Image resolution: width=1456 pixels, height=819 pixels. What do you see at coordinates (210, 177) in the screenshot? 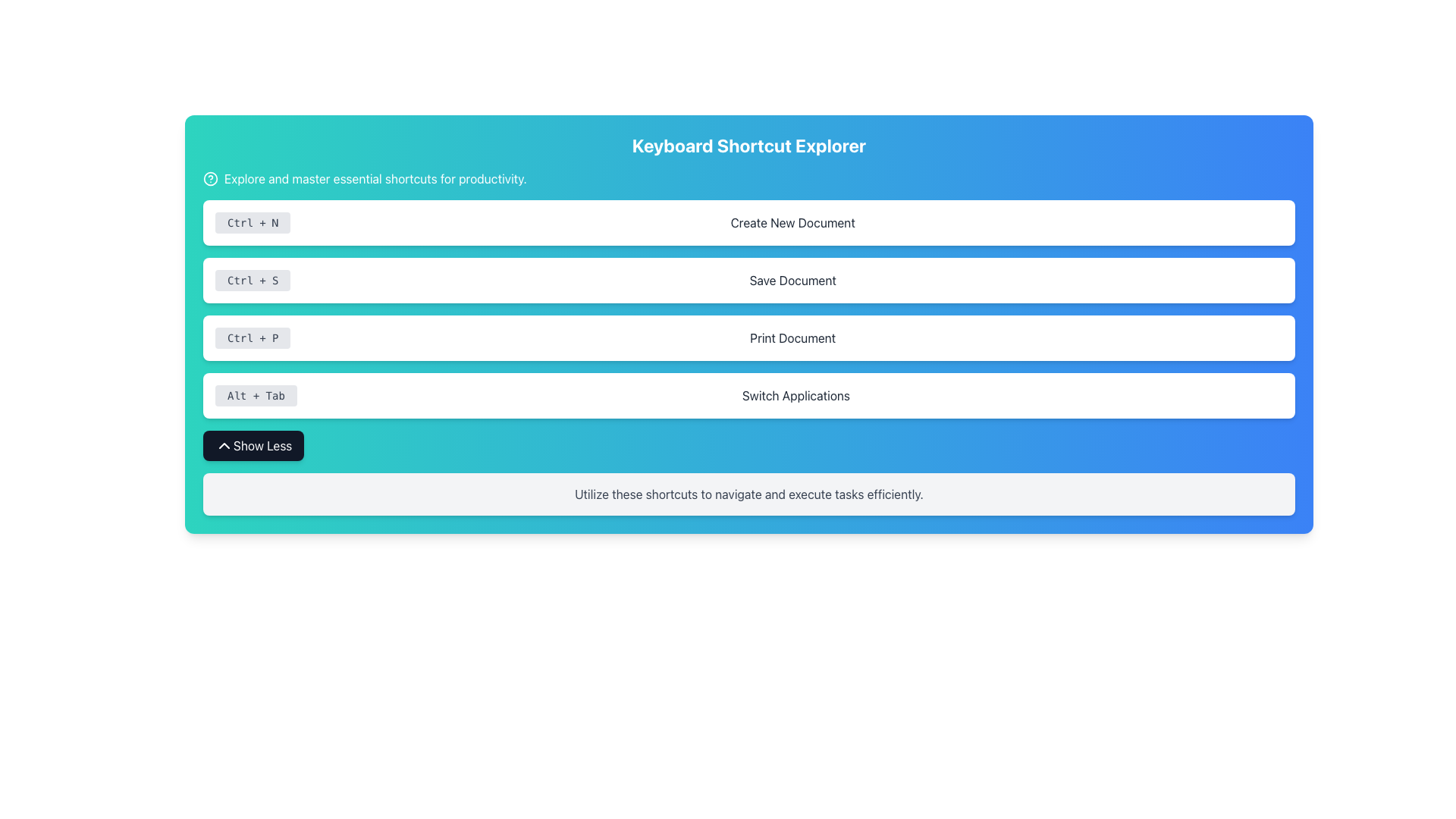
I see `the help icon positioned to the far left of the heading text 'Explore and master essential shortcuts for productivity.'` at bounding box center [210, 177].